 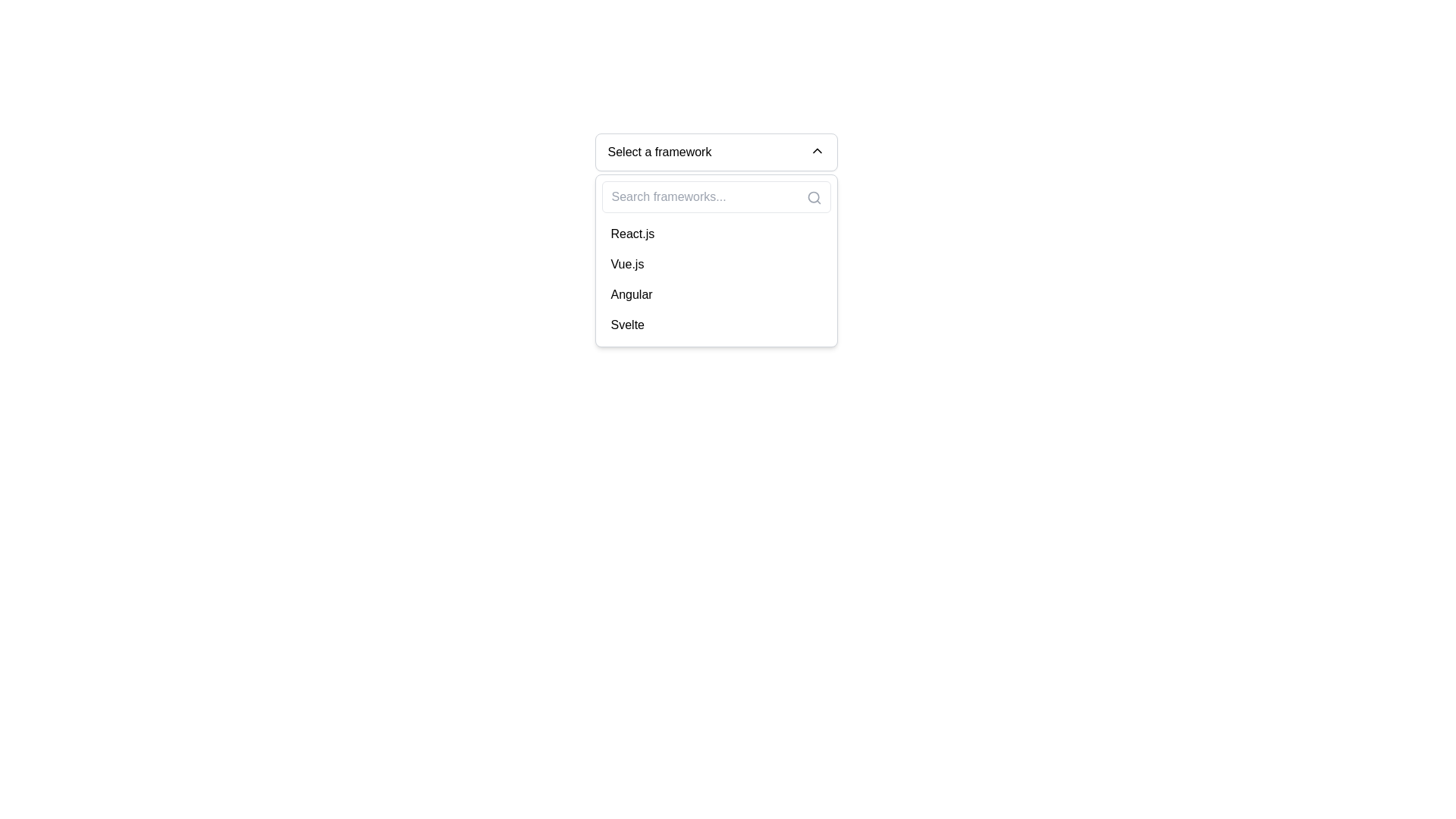 I want to click on the dropdown menu trigger labeled 'Select a framework', so click(x=715, y=152).